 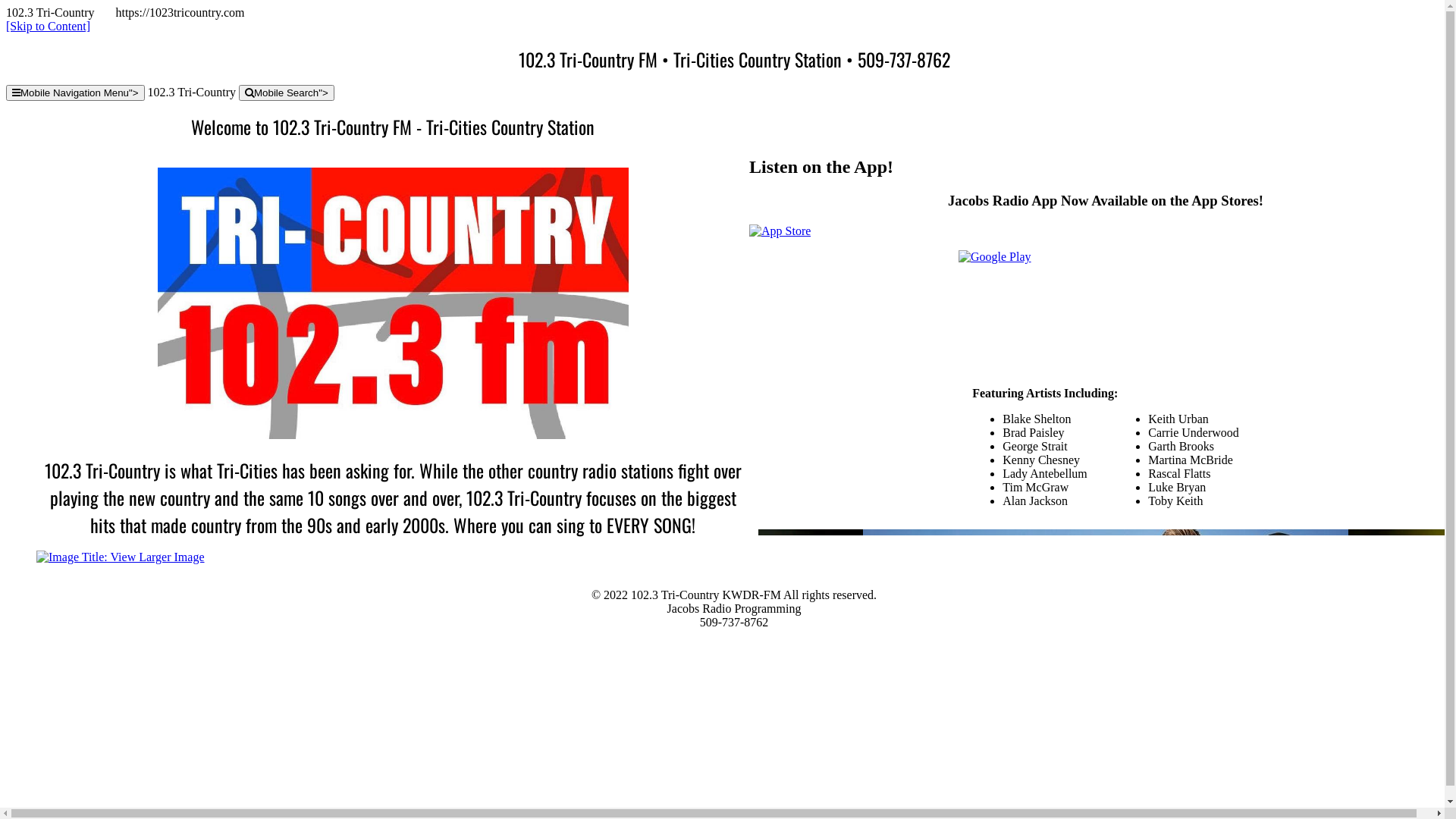 I want to click on 'App Store', so click(x=780, y=231).